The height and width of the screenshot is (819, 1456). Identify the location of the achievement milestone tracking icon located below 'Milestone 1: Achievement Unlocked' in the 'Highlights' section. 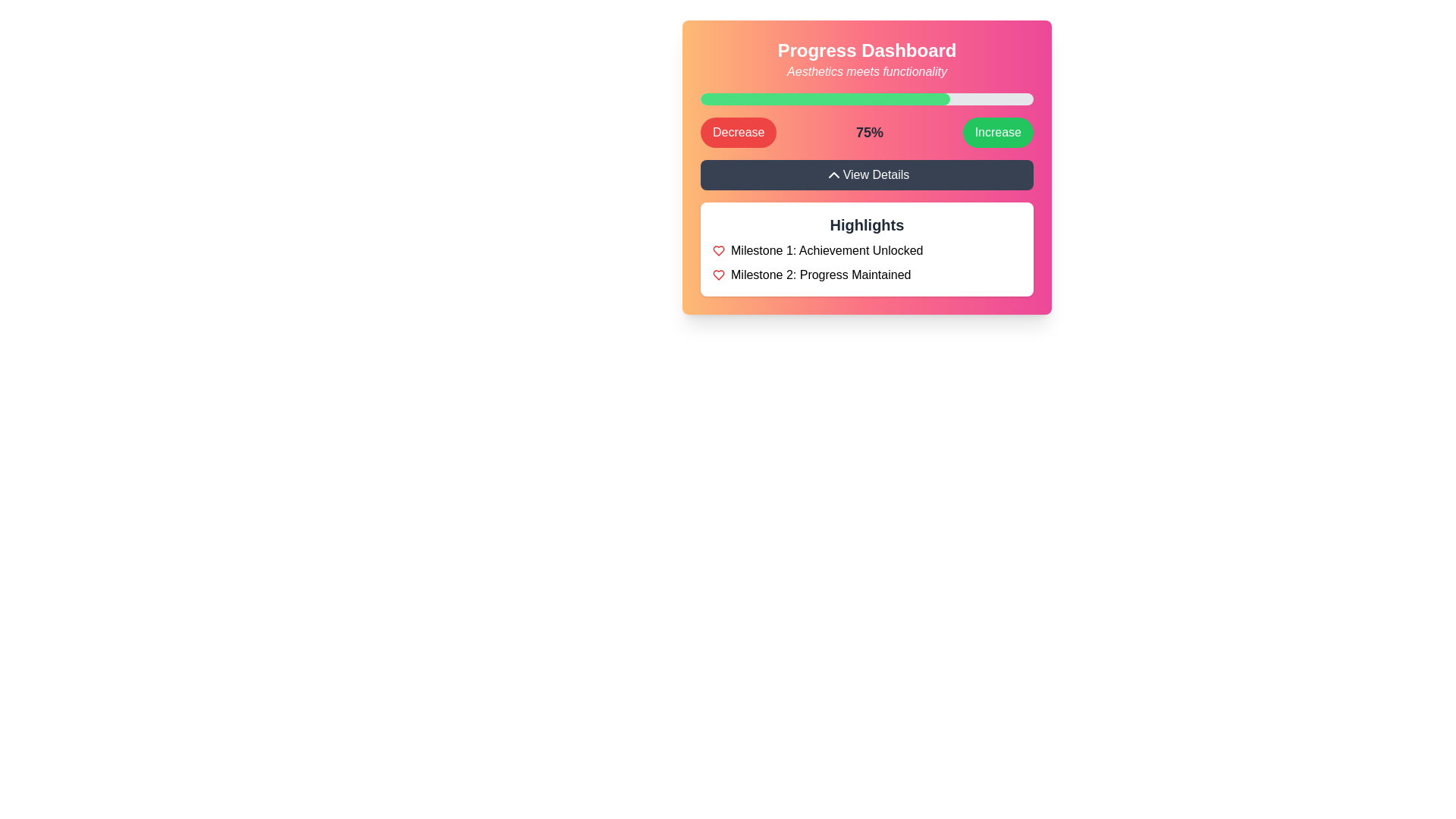
(718, 250).